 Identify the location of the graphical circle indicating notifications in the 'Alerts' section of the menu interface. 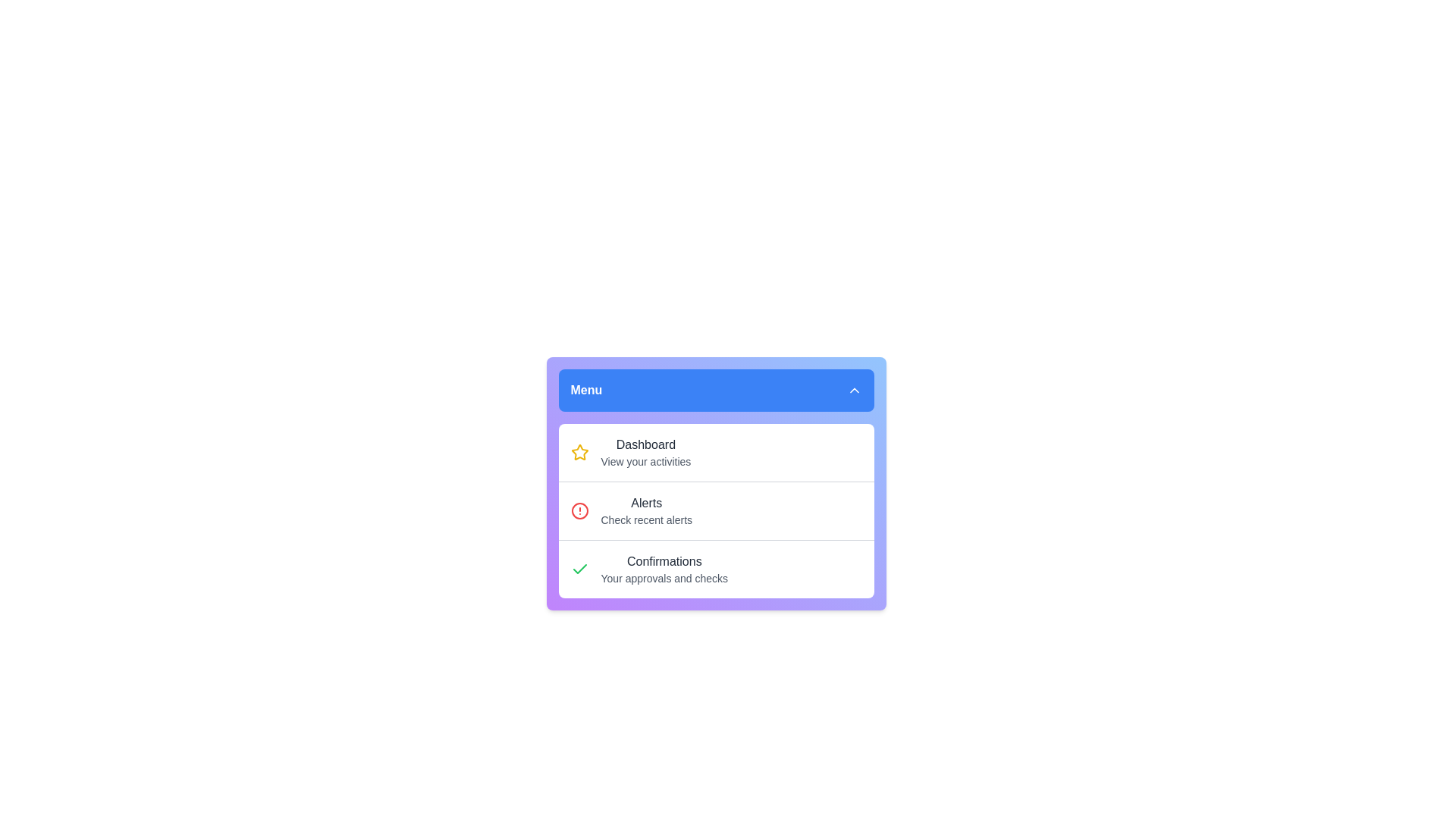
(579, 511).